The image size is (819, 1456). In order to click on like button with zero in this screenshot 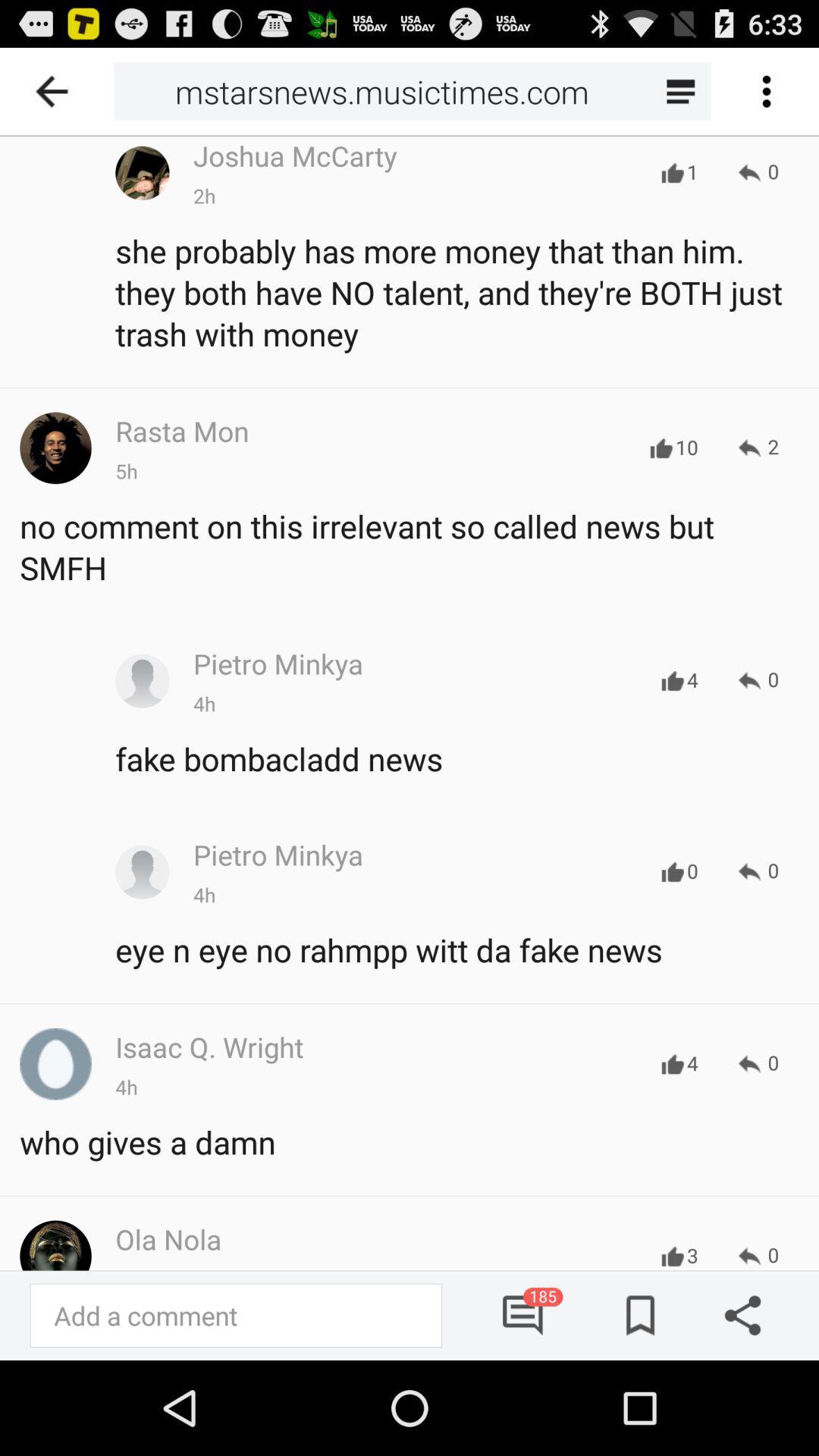, I will do `click(672, 872)`.